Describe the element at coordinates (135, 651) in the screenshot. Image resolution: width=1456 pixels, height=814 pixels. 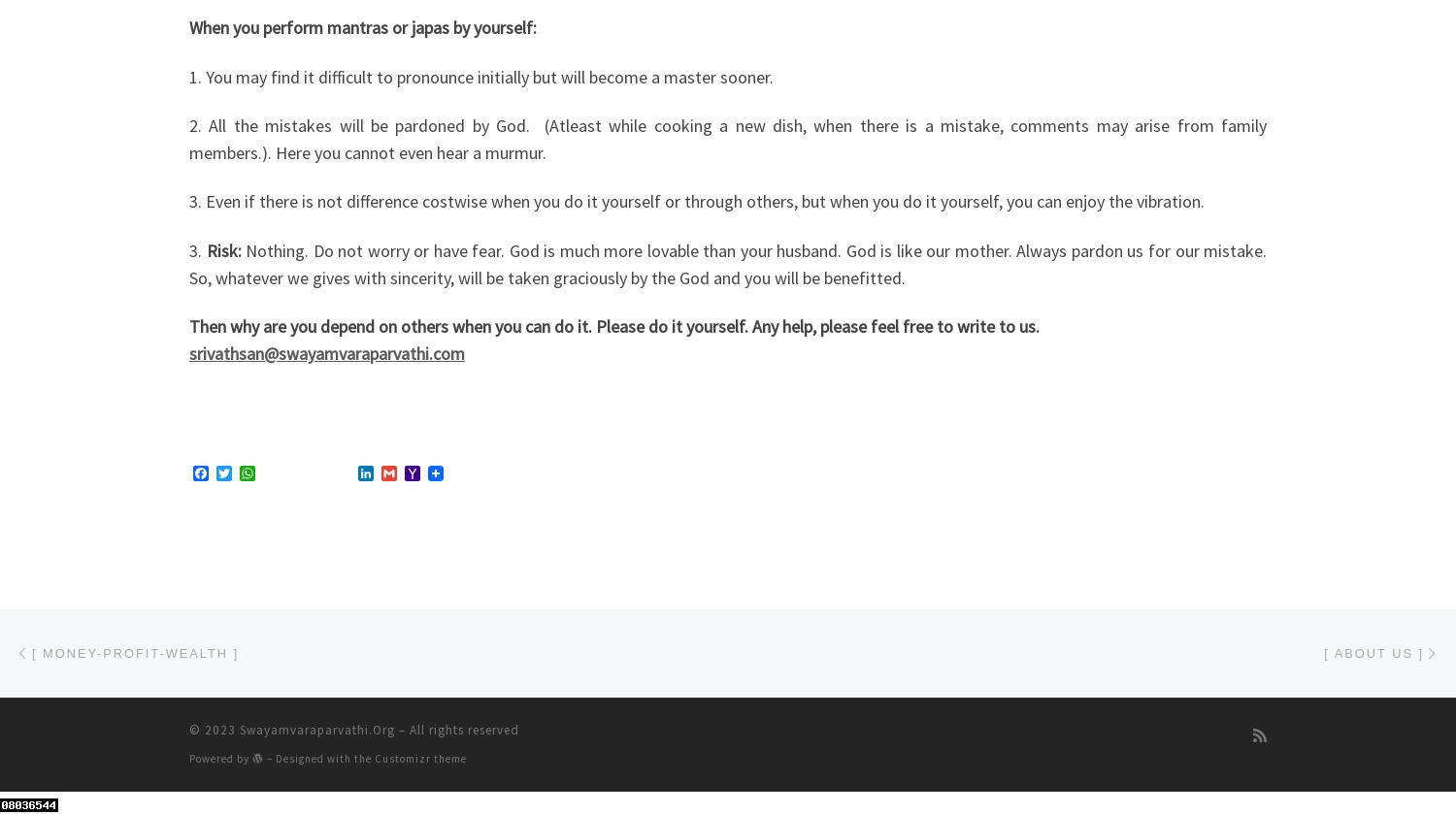
I see `'[ MONEY-PROFIT-WEALTH ]'` at that location.